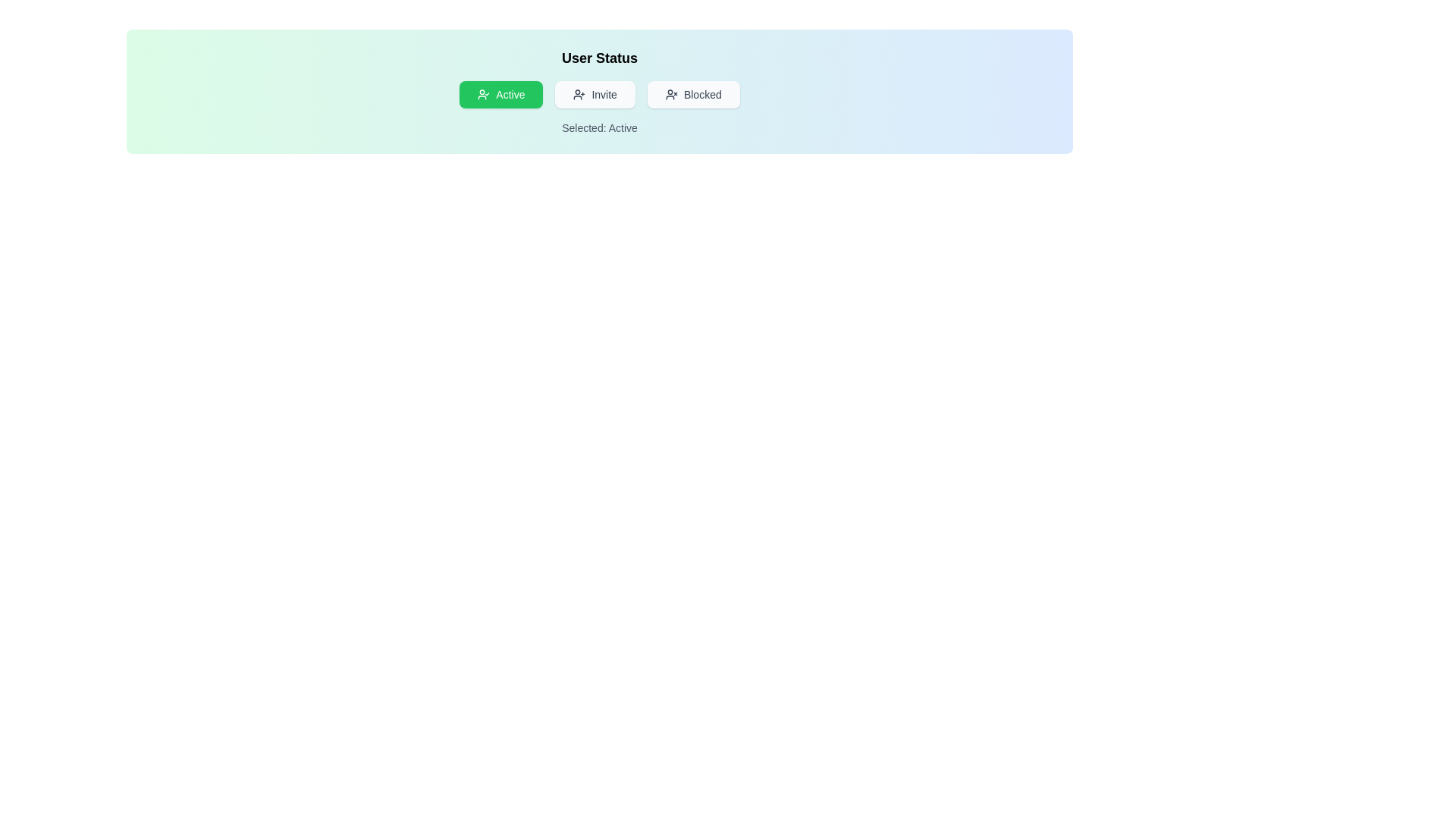 This screenshot has height=819, width=1456. I want to click on the chip labeled Active, so click(501, 94).